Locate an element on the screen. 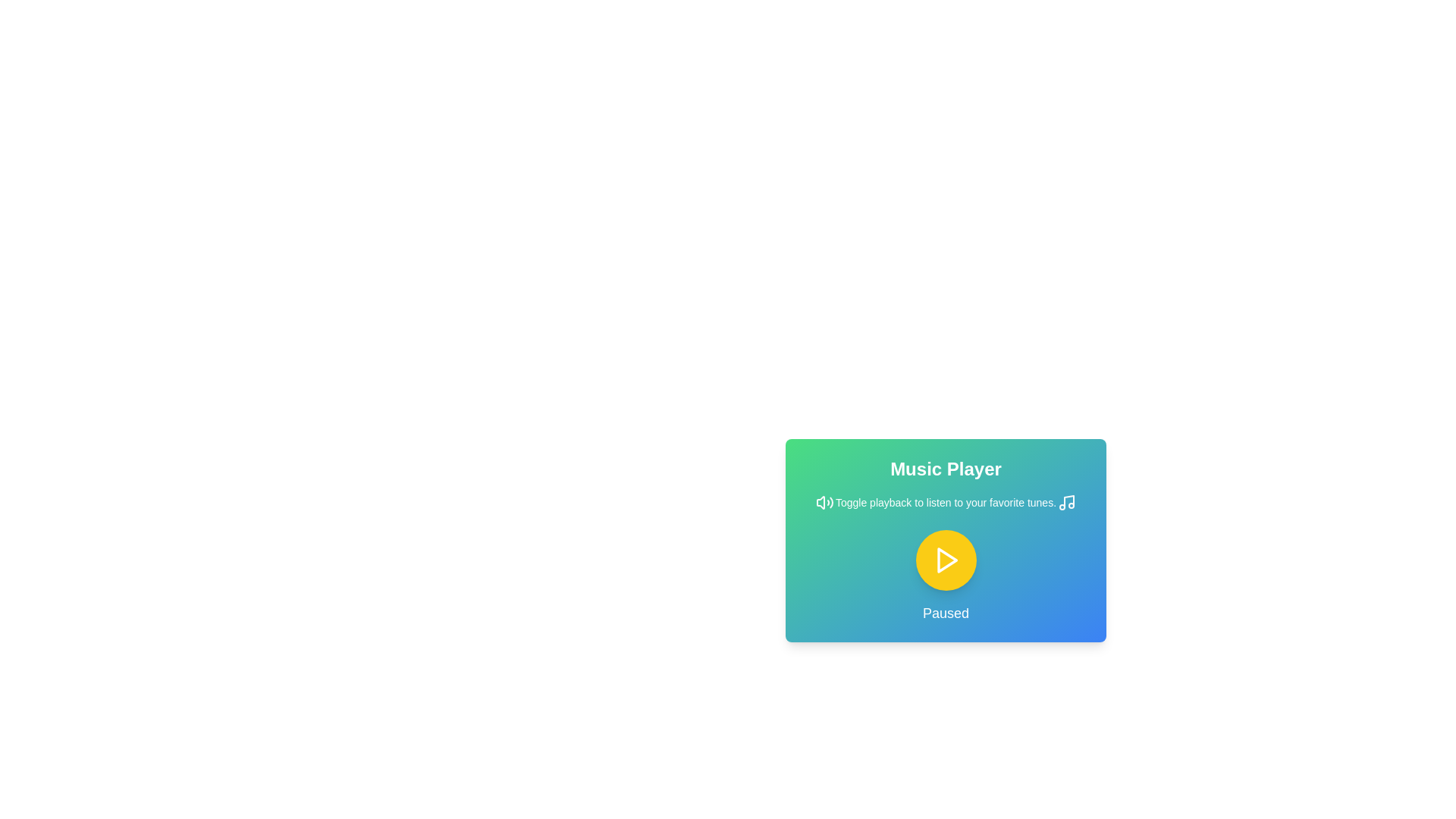 The height and width of the screenshot is (819, 1456). the music icon located to the right of the text 'Toggle playback to listen to your favorite tunes' in the 'Music Player' section of the card is located at coordinates (1065, 503).